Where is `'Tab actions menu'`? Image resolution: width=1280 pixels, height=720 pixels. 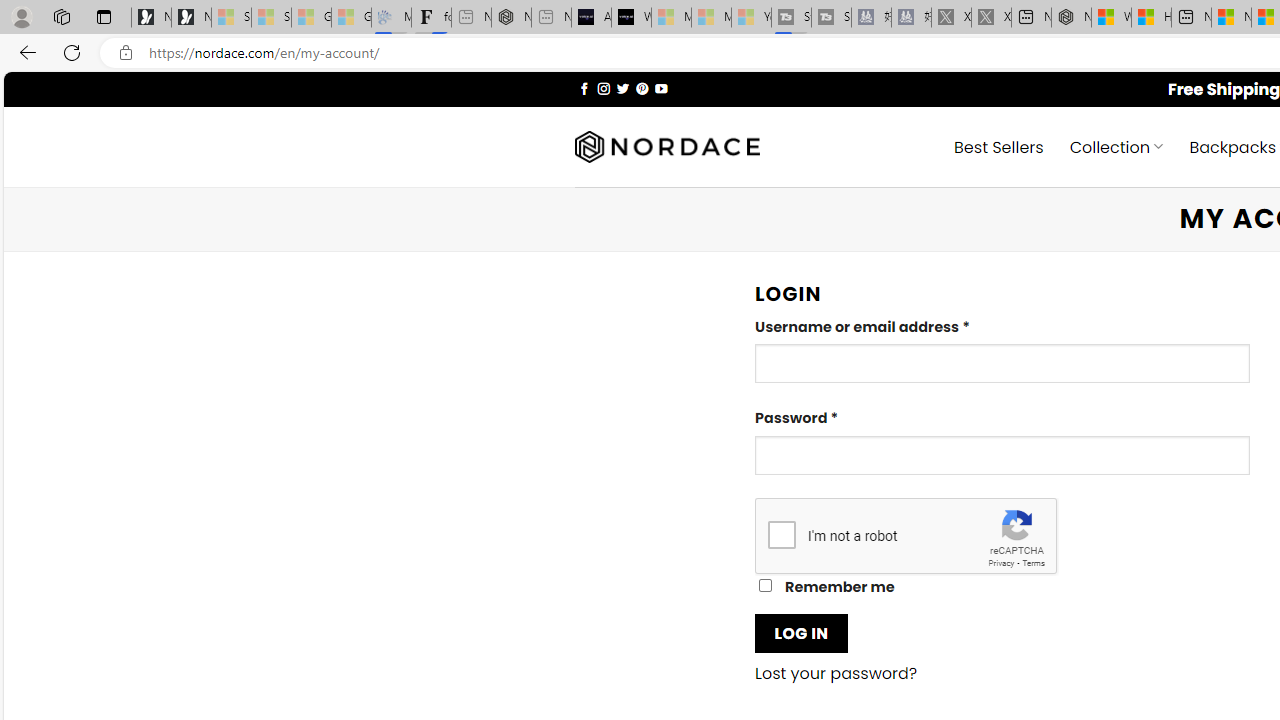 'Tab actions menu' is located at coordinates (103, 16).